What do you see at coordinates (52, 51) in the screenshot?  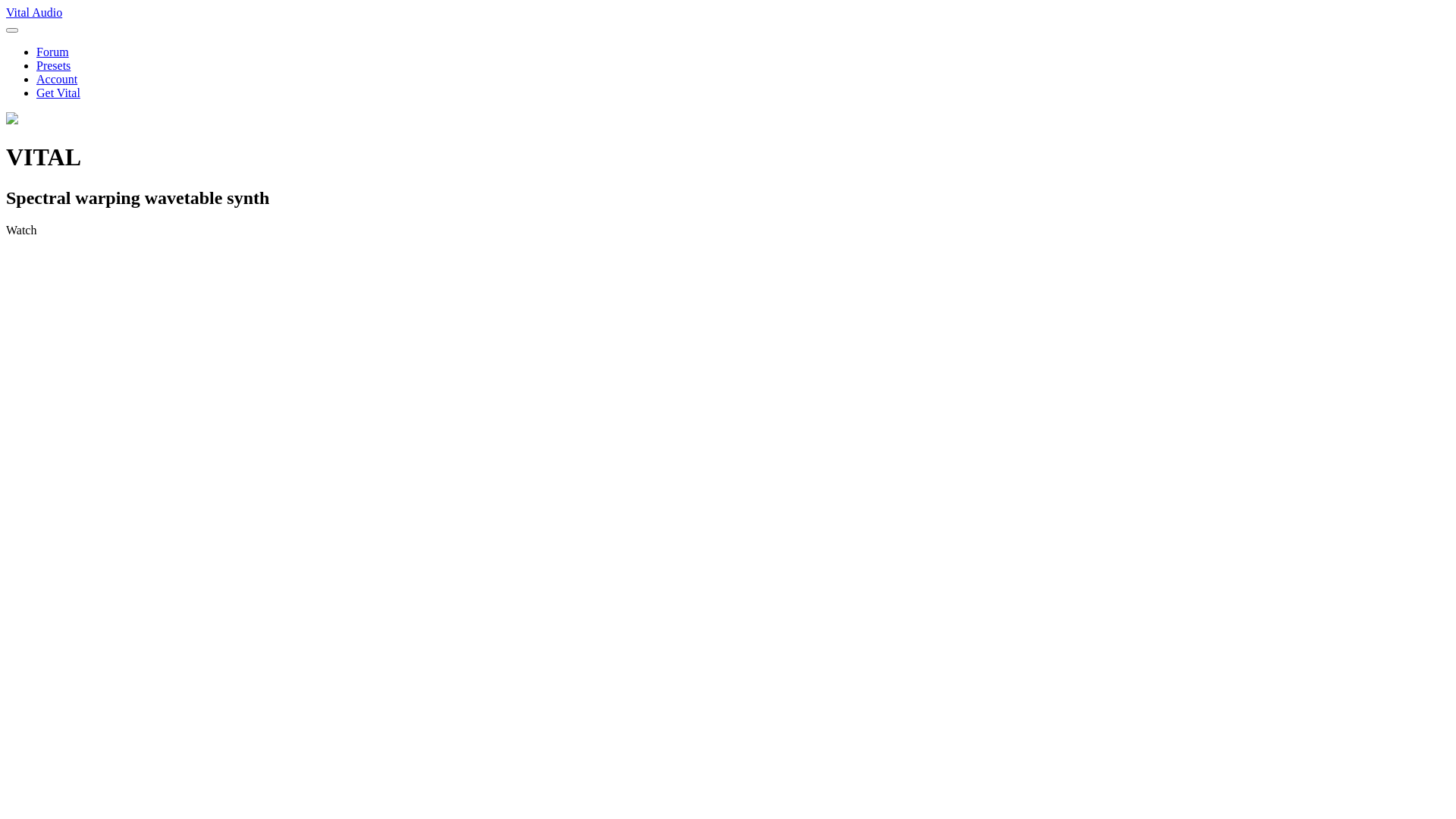 I see `'Forum'` at bounding box center [52, 51].